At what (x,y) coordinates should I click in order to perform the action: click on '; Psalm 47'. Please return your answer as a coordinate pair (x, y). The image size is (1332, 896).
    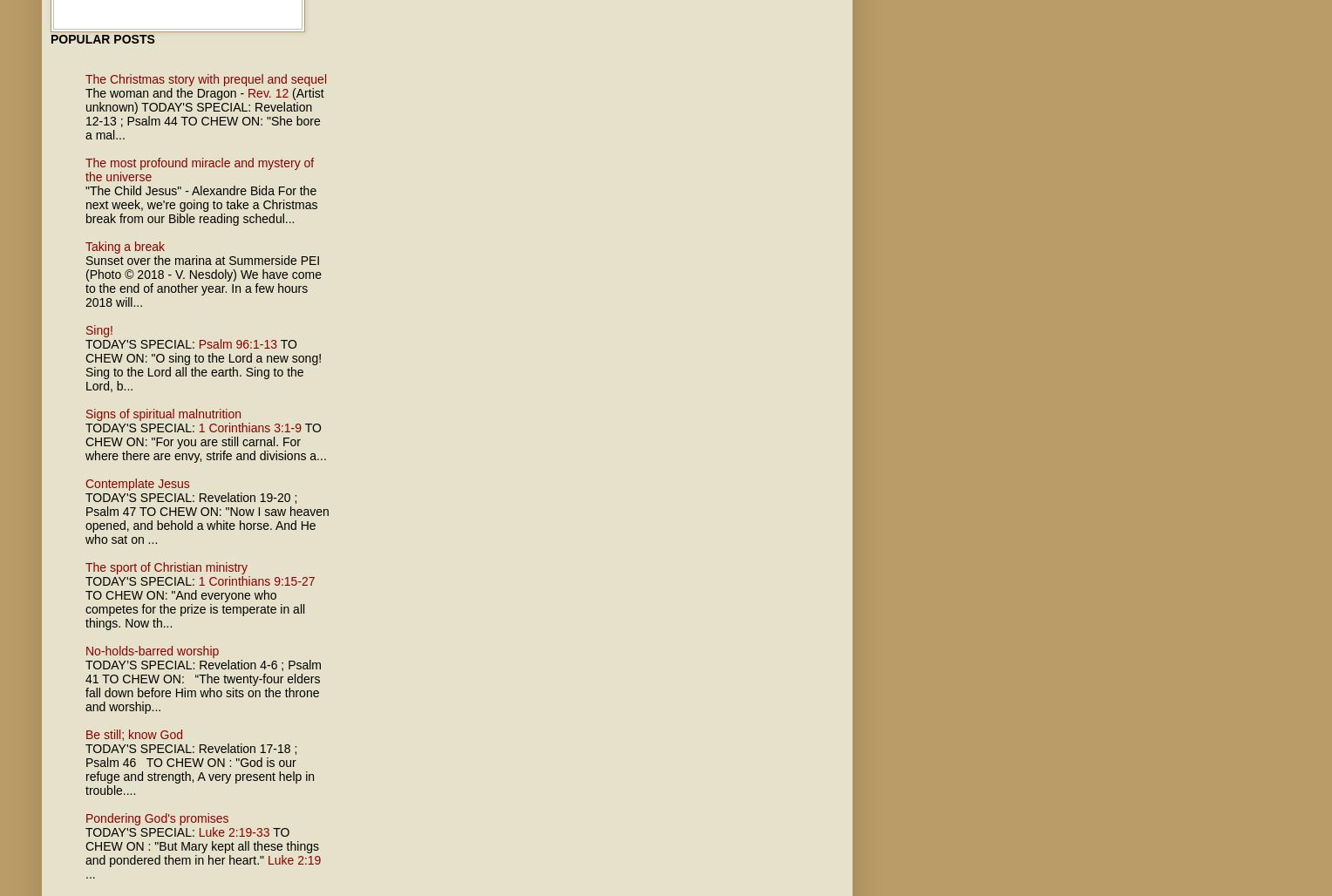
    Looking at the image, I should click on (84, 504).